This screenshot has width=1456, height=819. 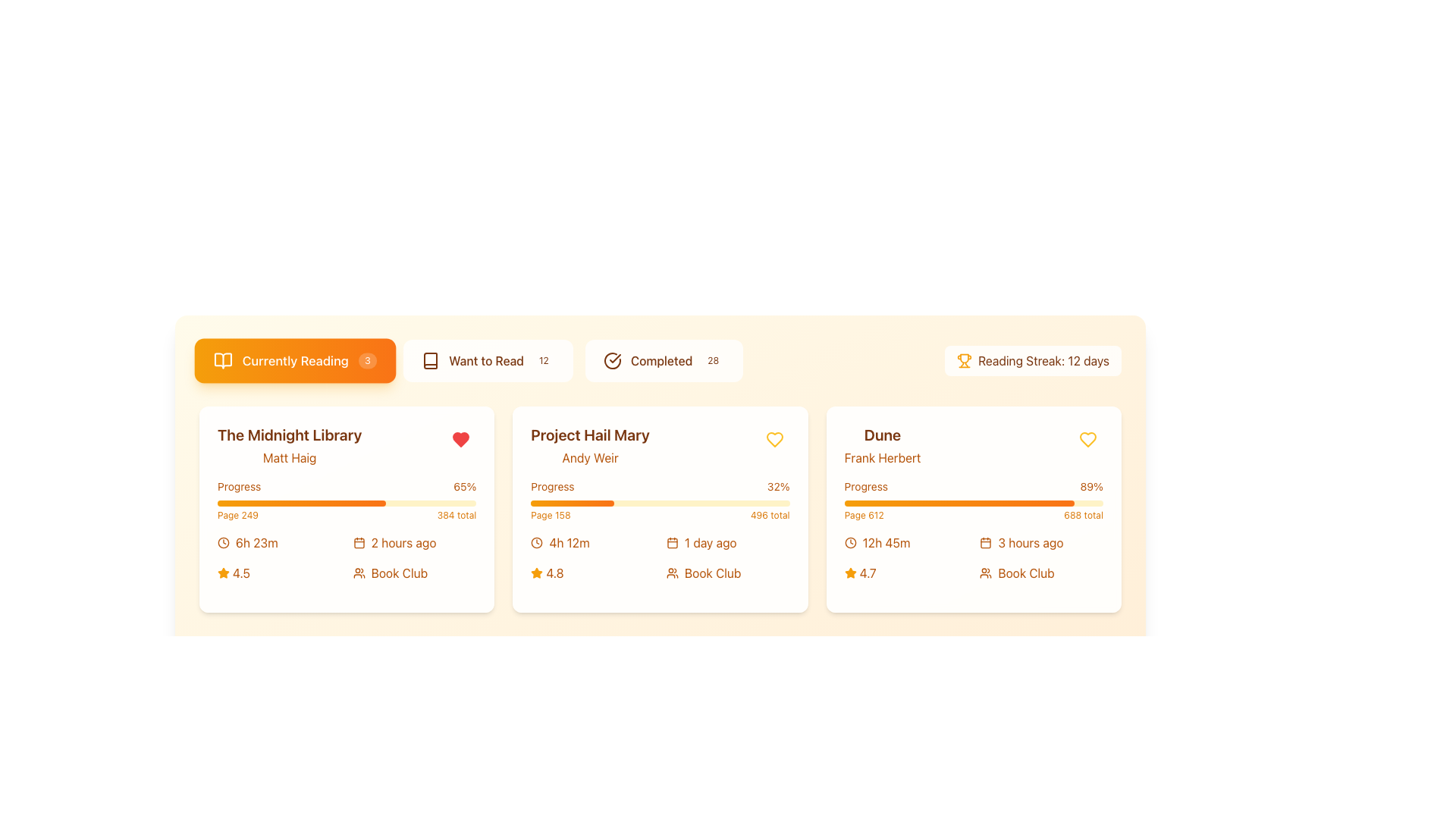 I want to click on the text label displaying the total number of pages in the book 'Project Hail Mary,' located in the bottom-right section of the card, next to 'Page 158.', so click(x=770, y=514).